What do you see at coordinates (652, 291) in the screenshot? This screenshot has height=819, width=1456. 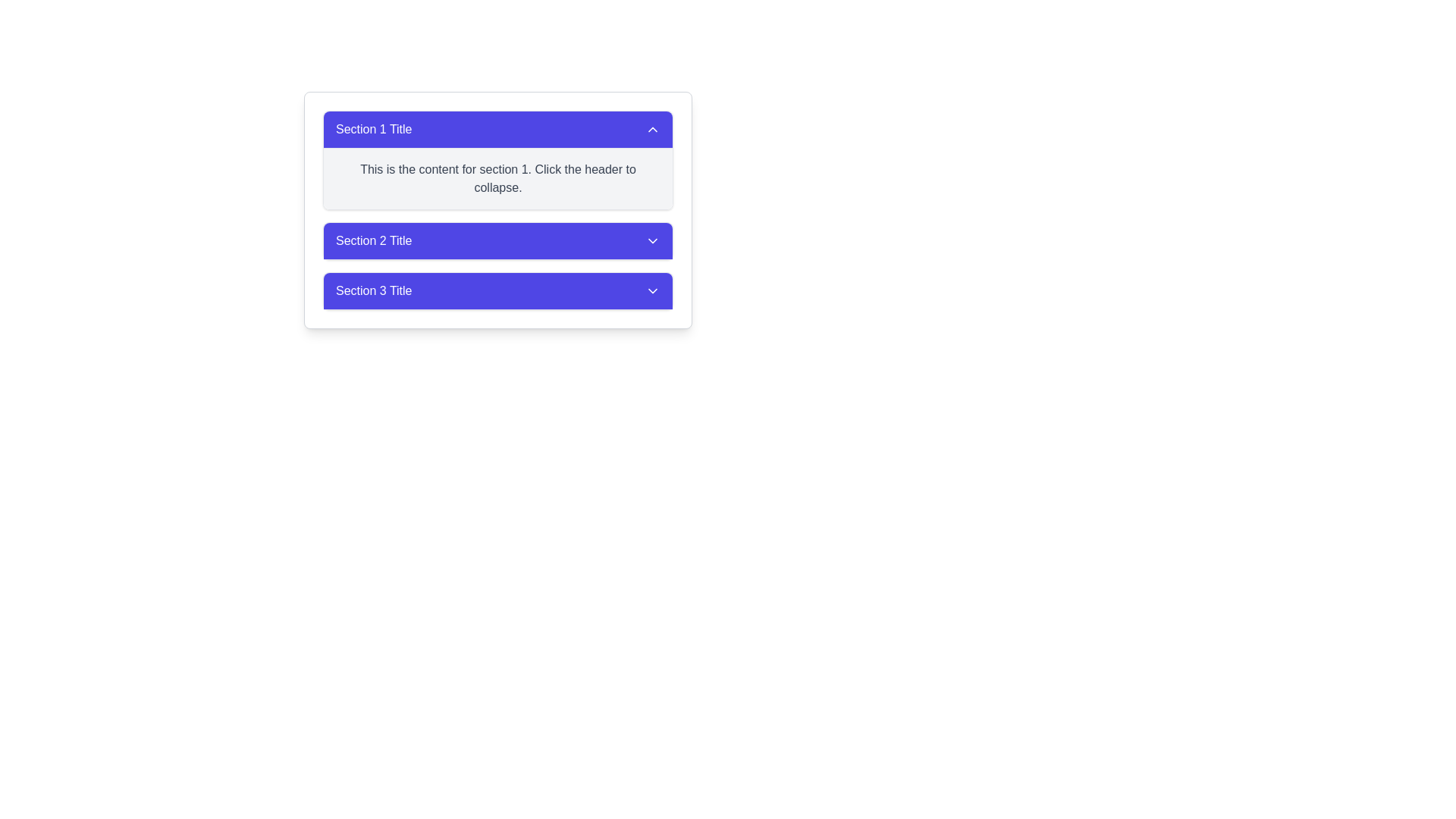 I see `the Chevron or Arrow Icon located on the top-right side of the 'Section 3 Title' title bar` at bounding box center [652, 291].